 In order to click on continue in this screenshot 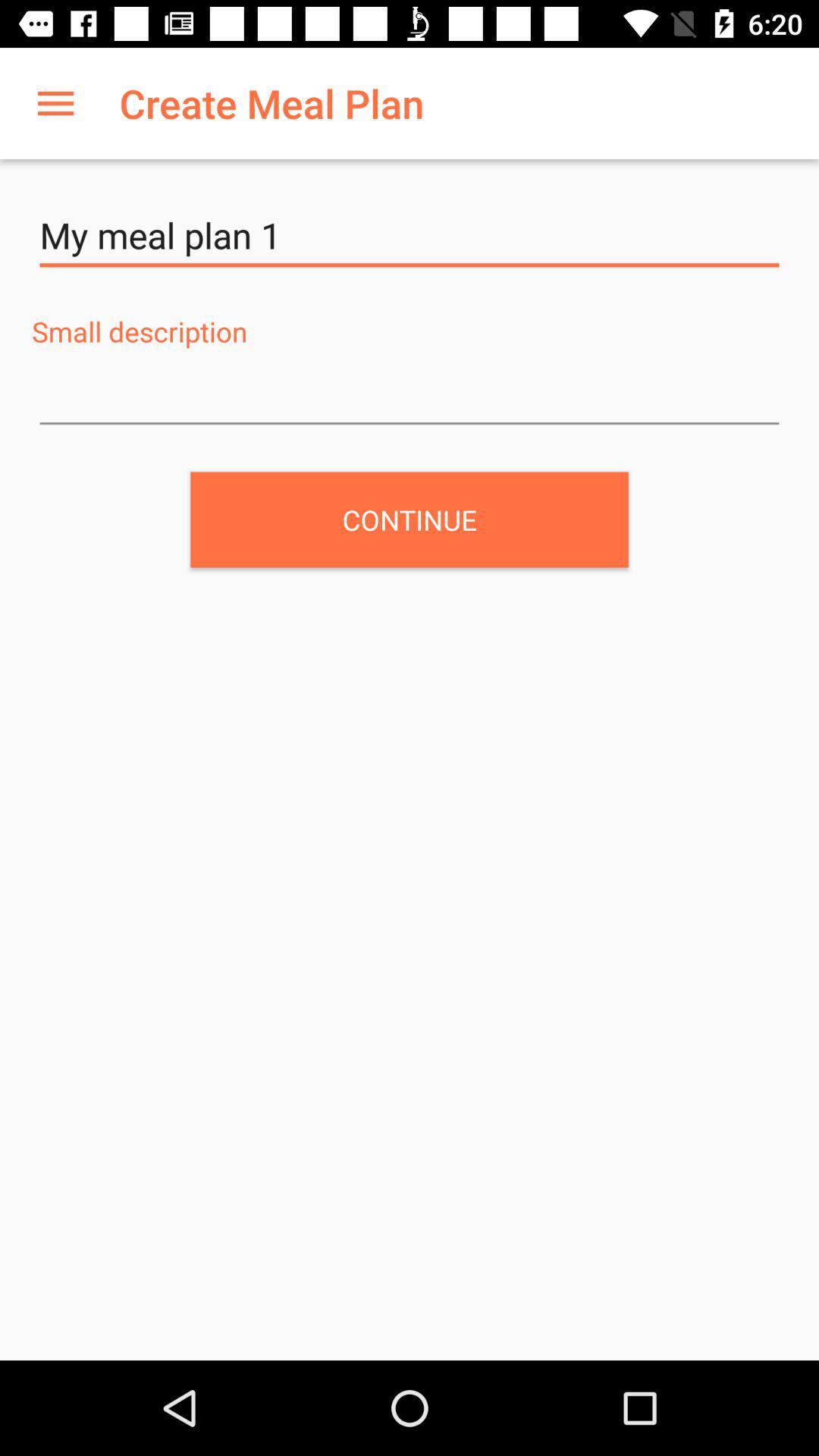, I will do `click(409, 519)`.